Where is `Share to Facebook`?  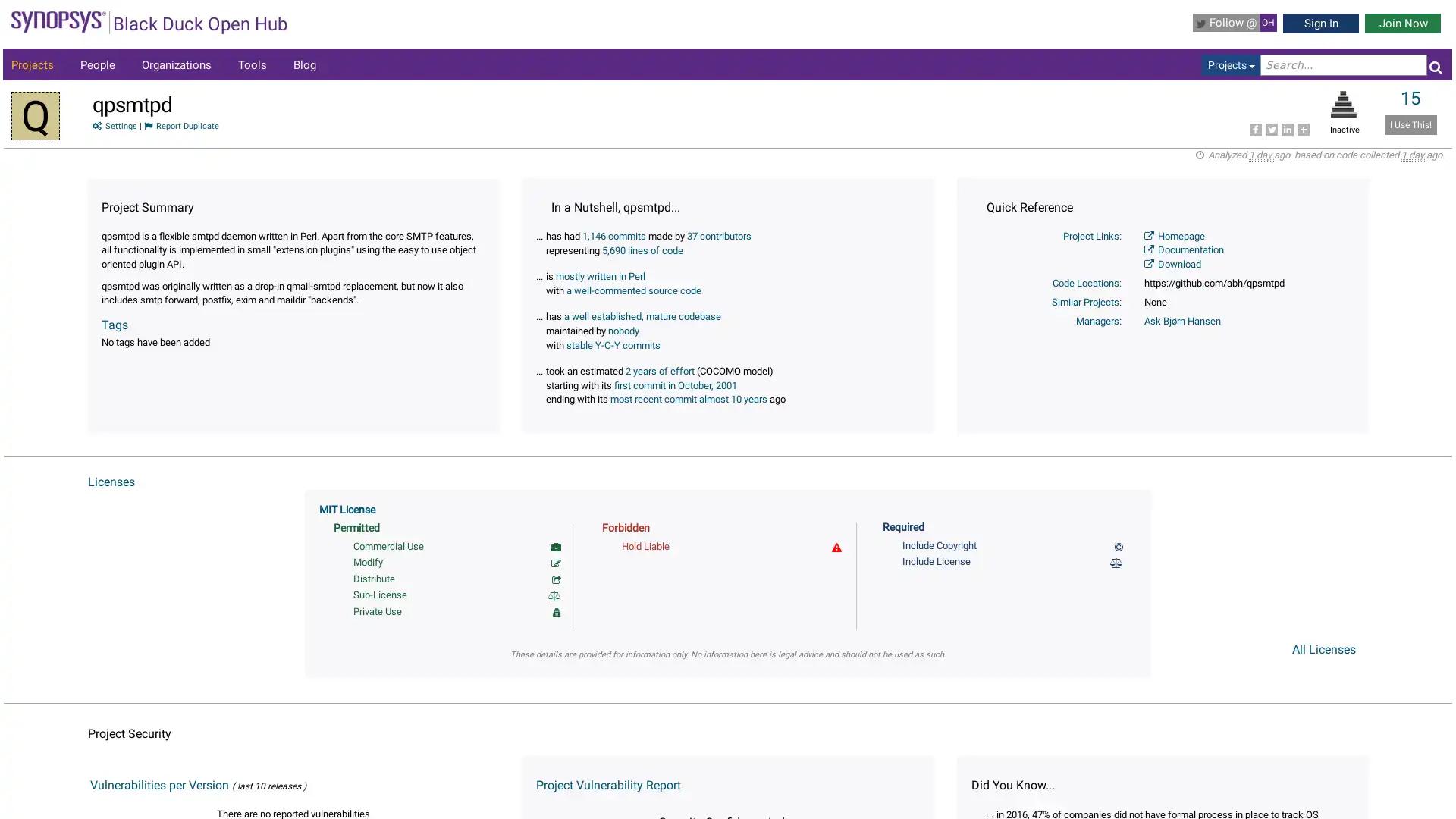
Share to Facebook is located at coordinates (1255, 128).